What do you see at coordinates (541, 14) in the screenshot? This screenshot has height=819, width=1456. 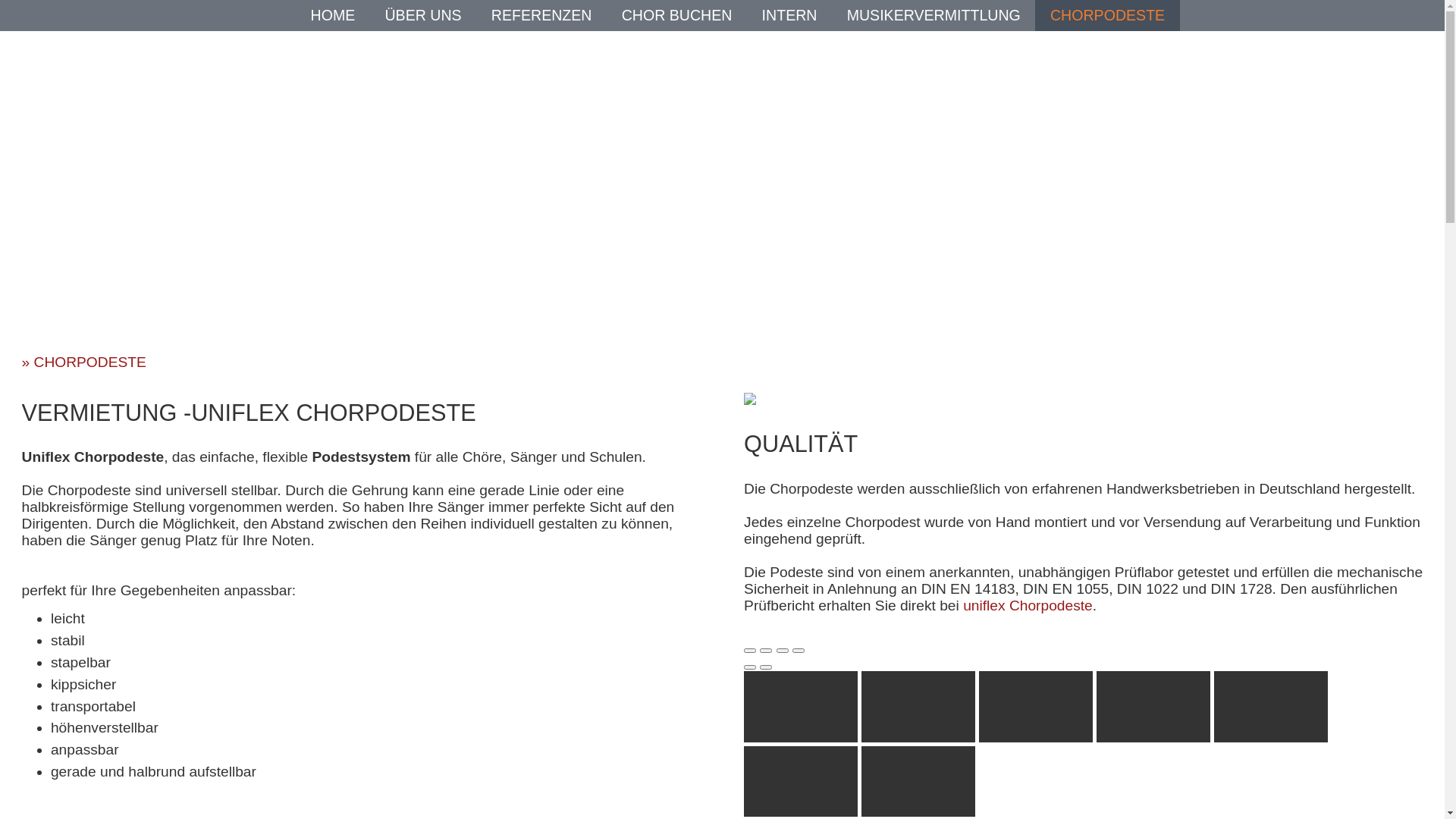 I see `'REFERENZEN'` at bounding box center [541, 14].